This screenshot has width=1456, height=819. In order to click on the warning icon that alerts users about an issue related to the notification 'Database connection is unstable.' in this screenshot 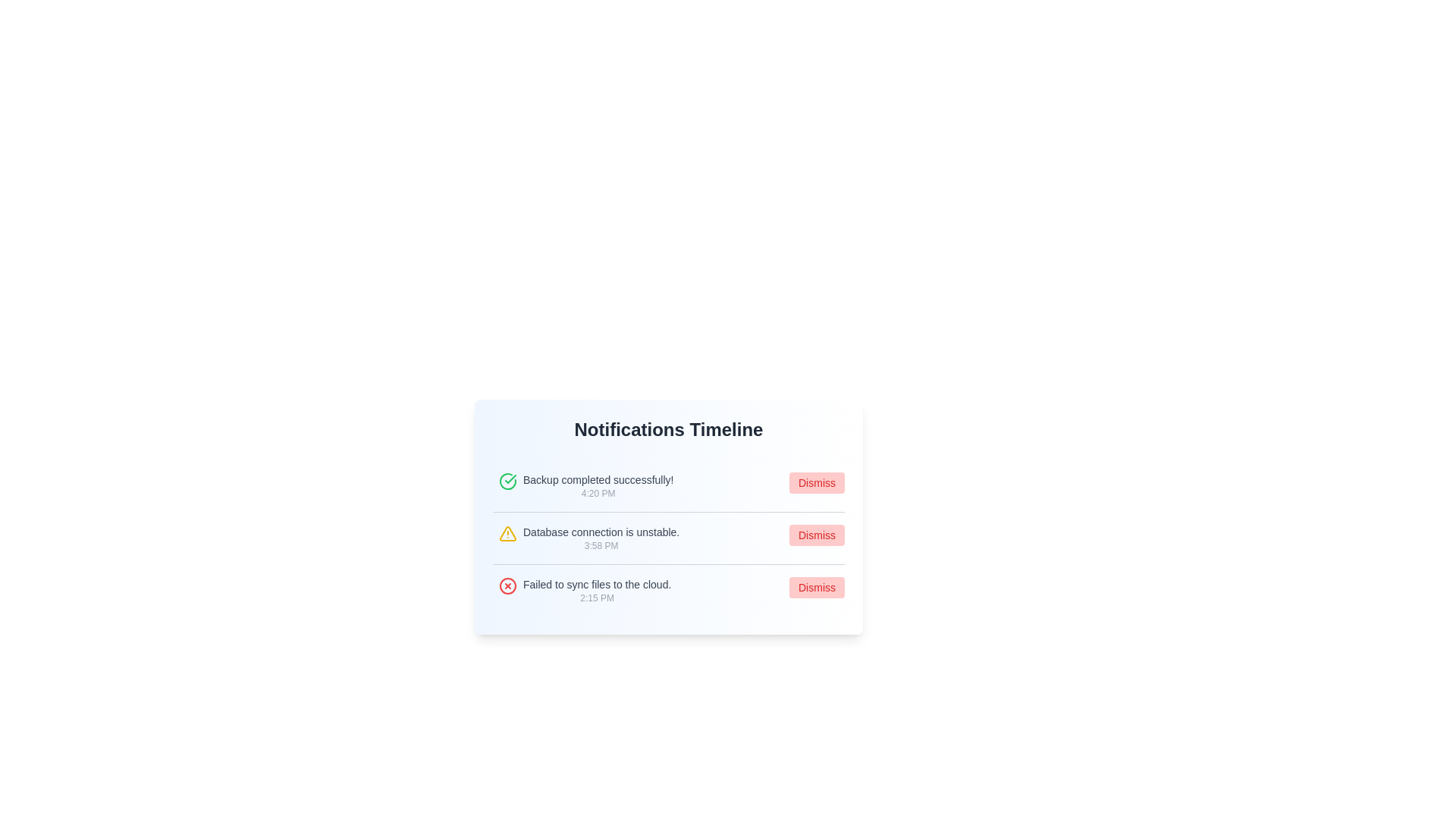, I will do `click(508, 533)`.